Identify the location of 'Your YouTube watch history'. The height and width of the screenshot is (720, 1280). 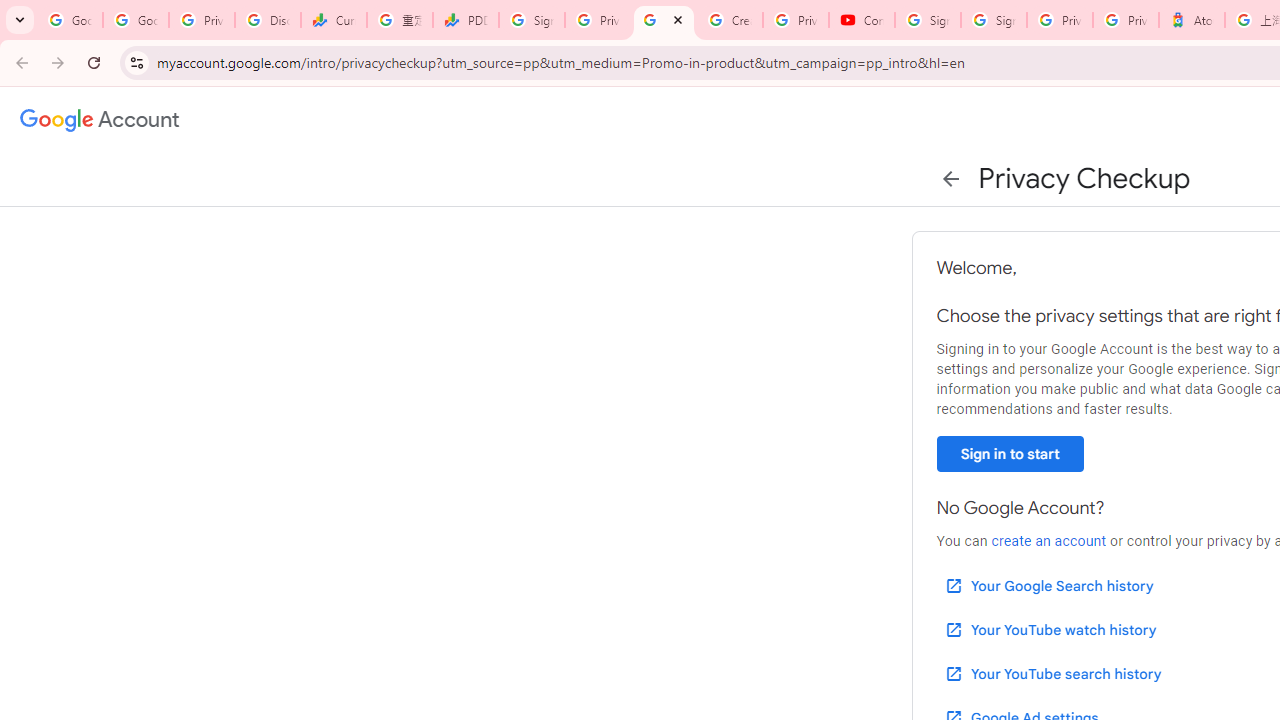
(1049, 630).